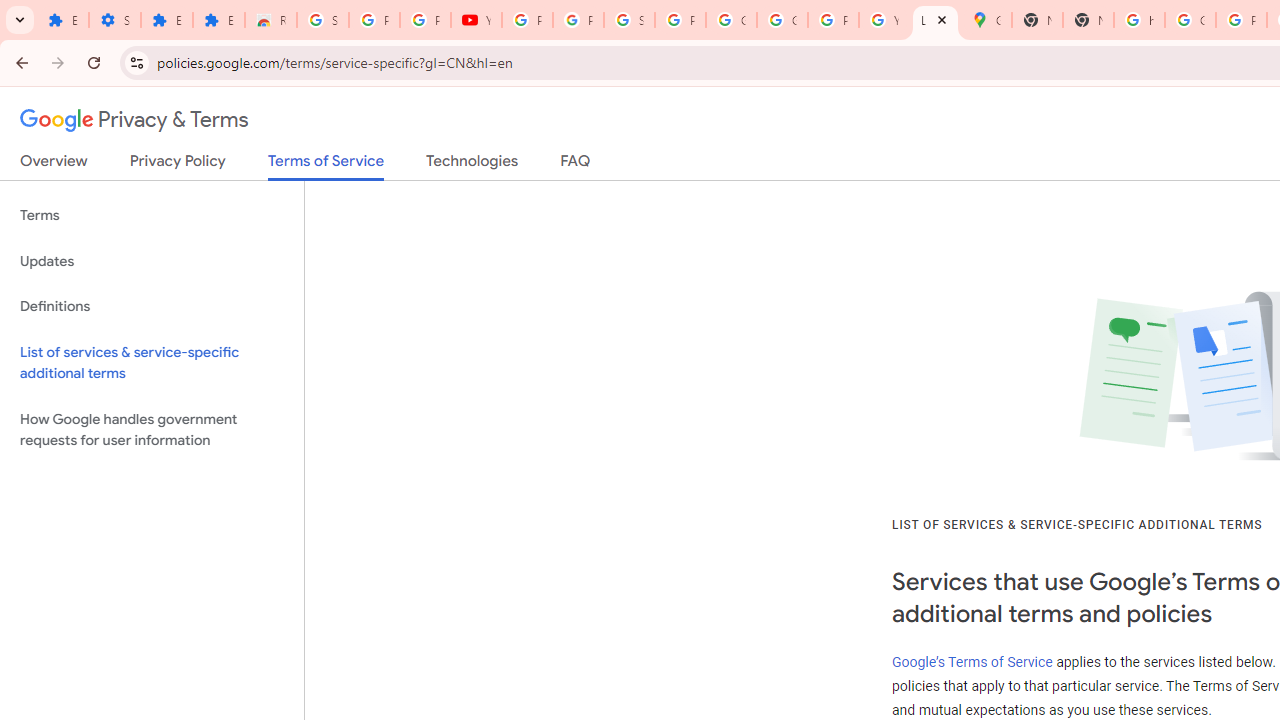 This screenshot has width=1280, height=720. I want to click on 'https://scholar.google.com/', so click(1139, 20).